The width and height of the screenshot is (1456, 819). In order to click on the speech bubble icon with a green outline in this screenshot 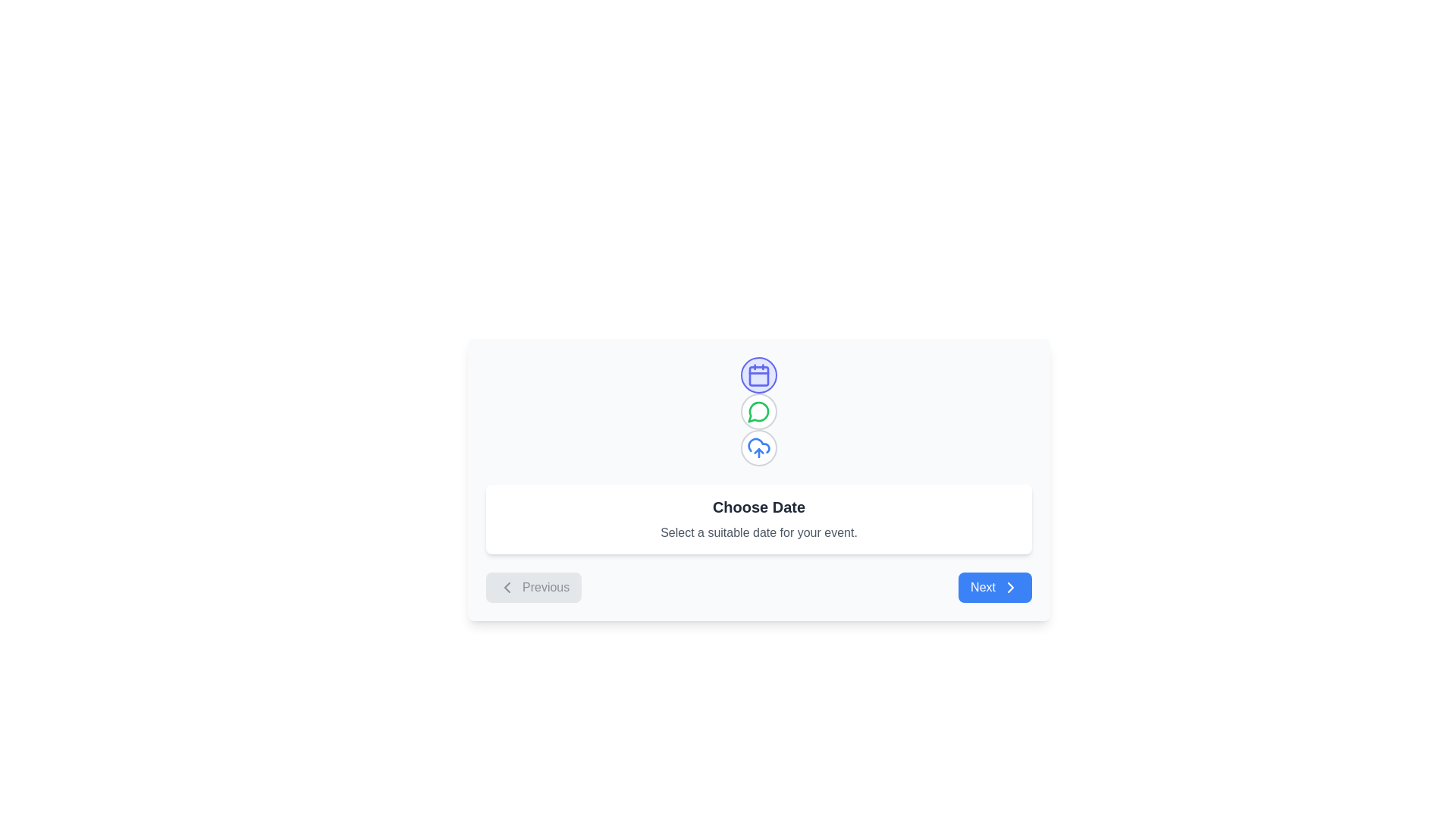, I will do `click(759, 412)`.